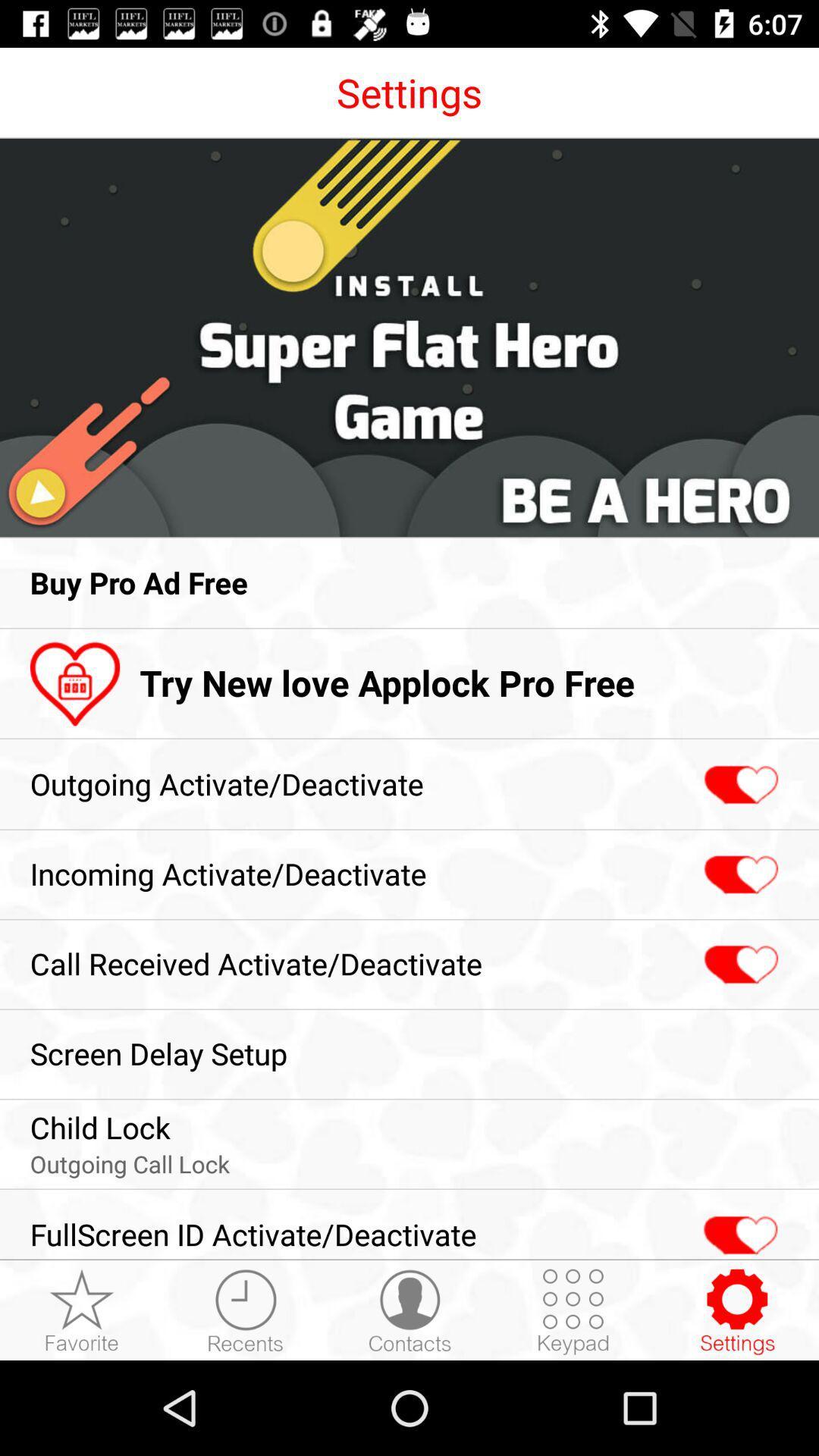 The image size is (819, 1456). Describe the element at coordinates (245, 1310) in the screenshot. I see `recent` at that location.